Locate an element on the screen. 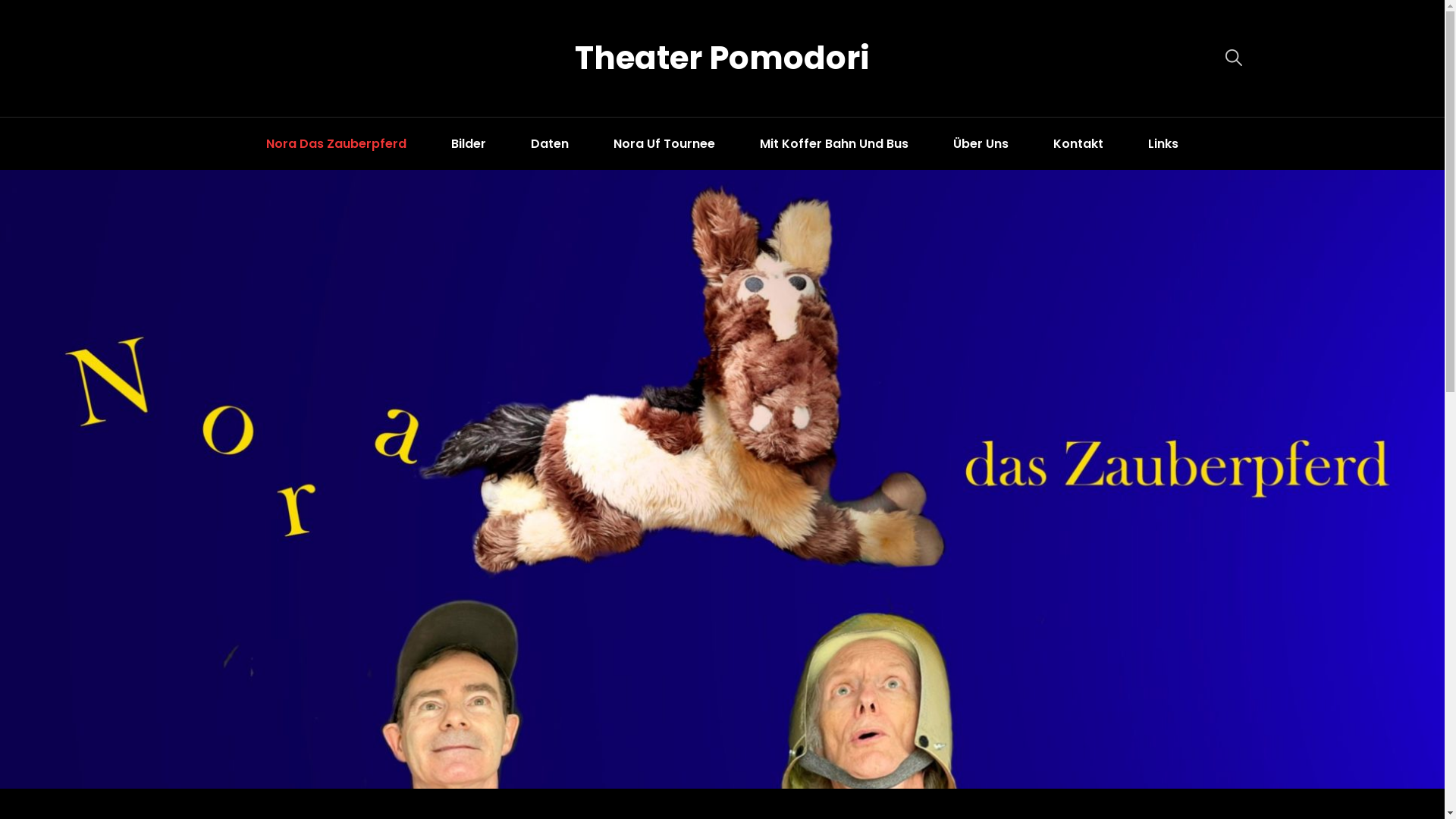 Image resolution: width=1456 pixels, height=819 pixels. 'Bilder' is located at coordinates (468, 143).